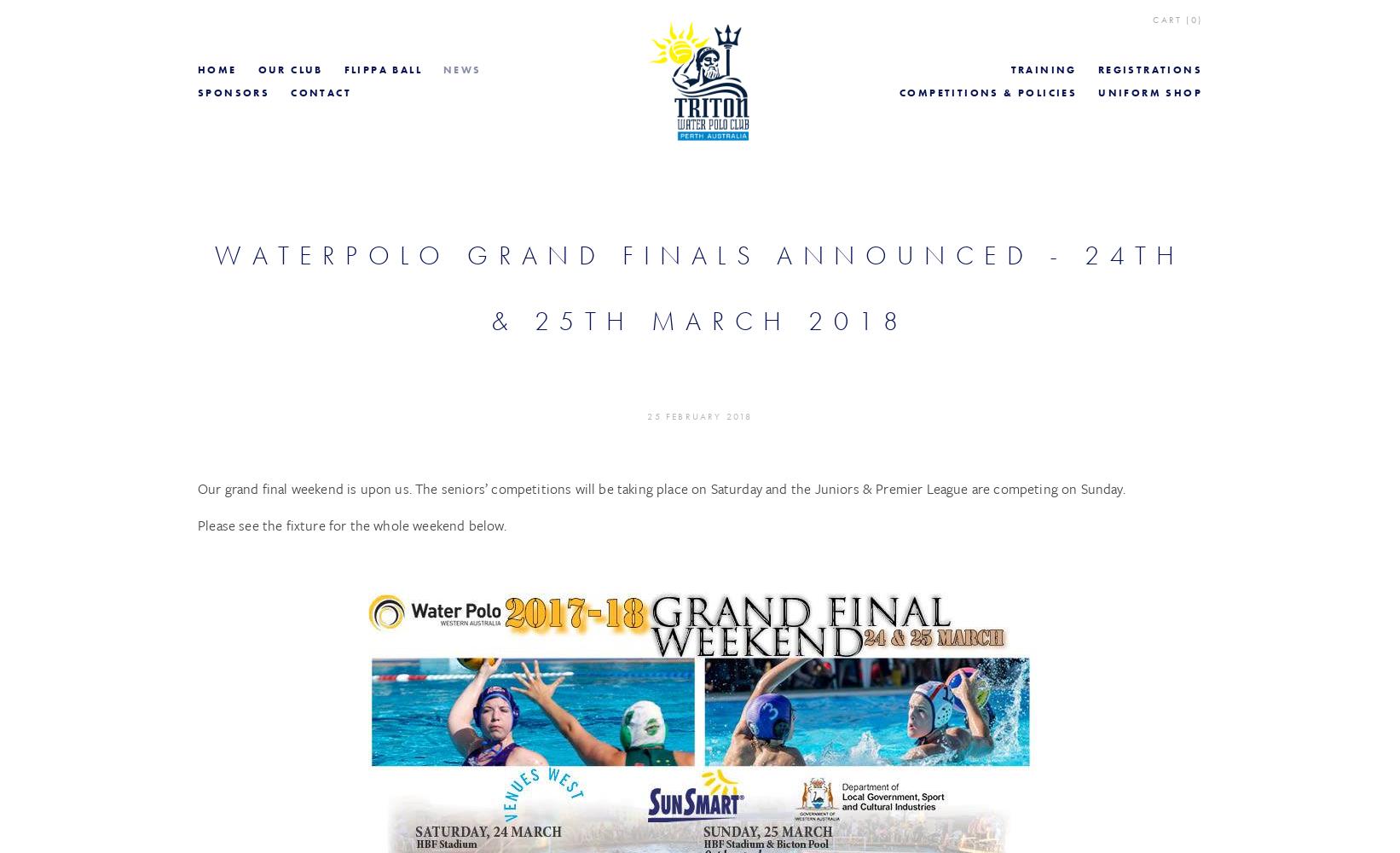 The image size is (1400, 853). Describe the element at coordinates (1043, 69) in the screenshot. I see `'Training'` at that location.